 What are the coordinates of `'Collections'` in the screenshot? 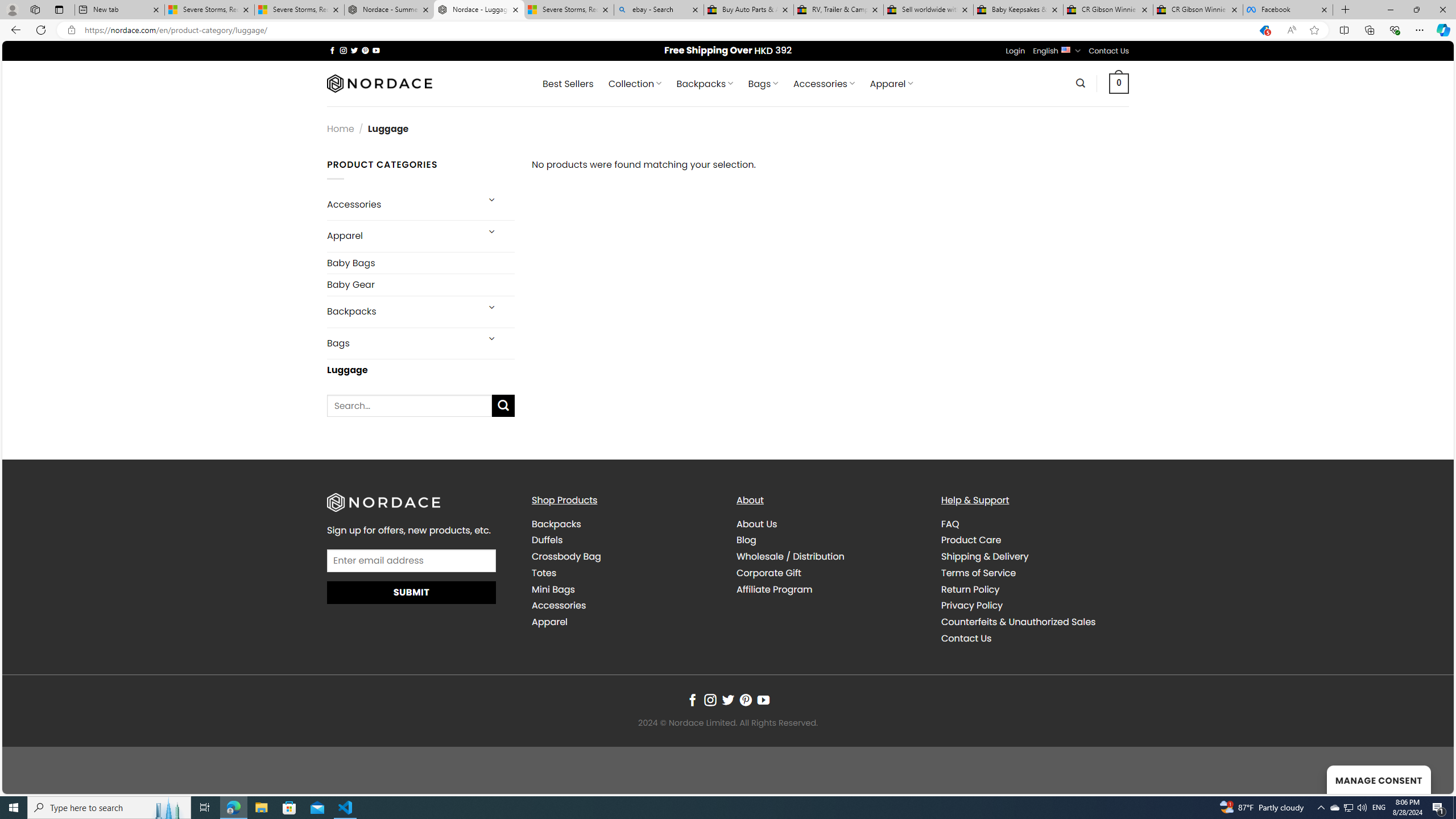 It's located at (1368, 29).